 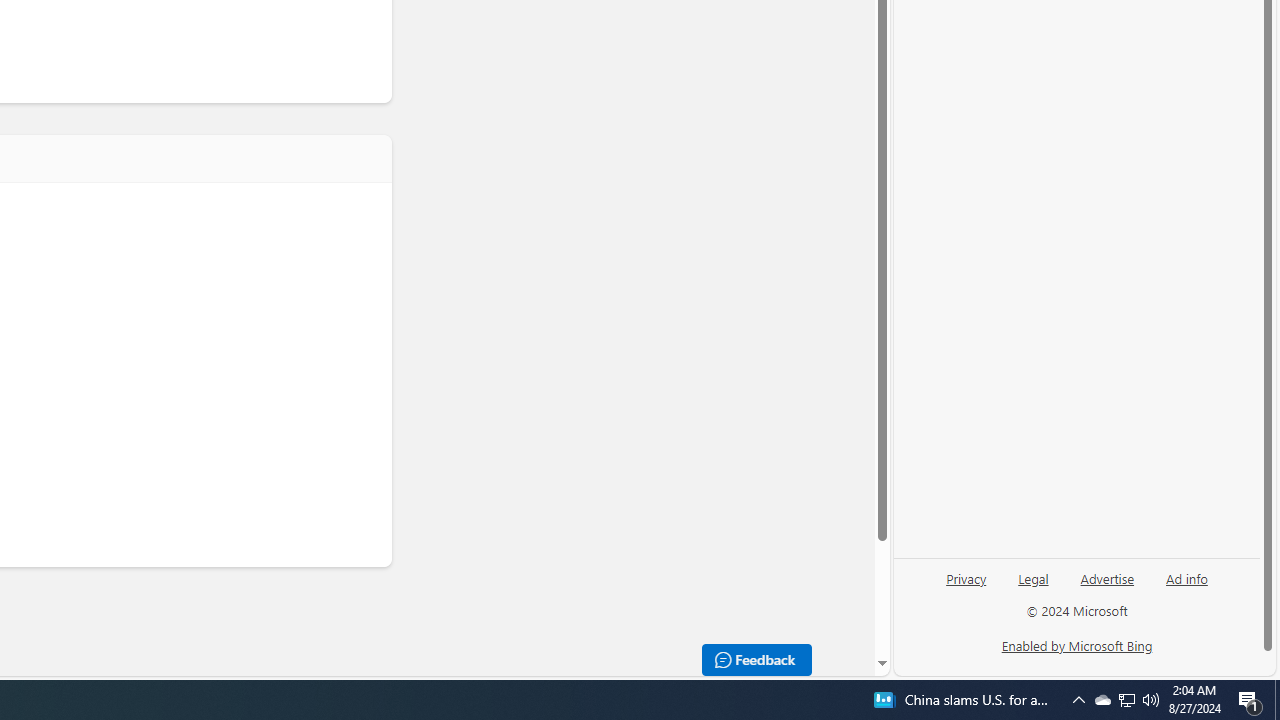 What do you see at coordinates (1106, 585) in the screenshot?
I see `'Advertise'` at bounding box center [1106, 585].